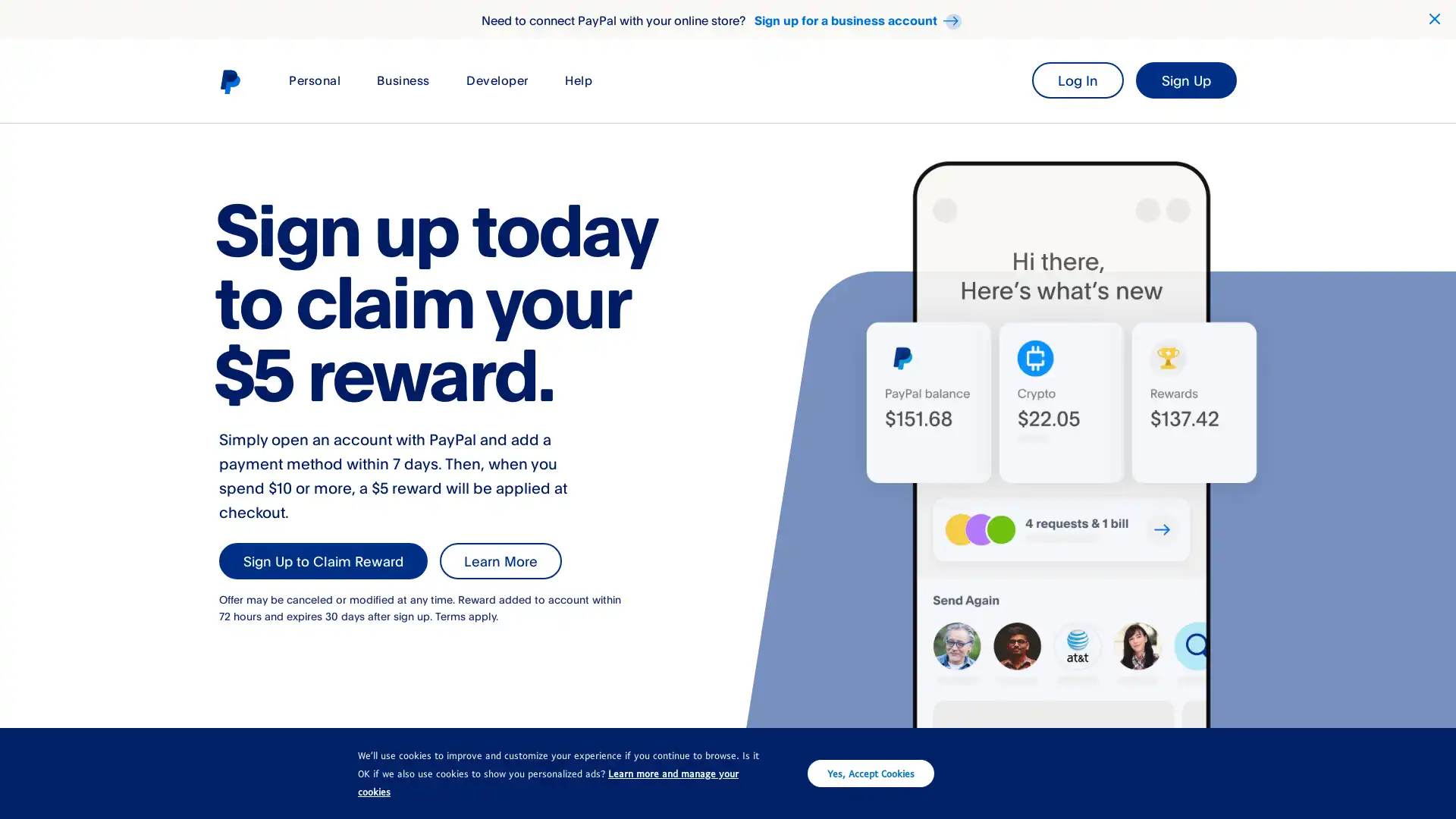 Image resolution: width=1456 pixels, height=819 pixels. What do you see at coordinates (871, 773) in the screenshot?
I see `Yes, Accept Cookies` at bounding box center [871, 773].